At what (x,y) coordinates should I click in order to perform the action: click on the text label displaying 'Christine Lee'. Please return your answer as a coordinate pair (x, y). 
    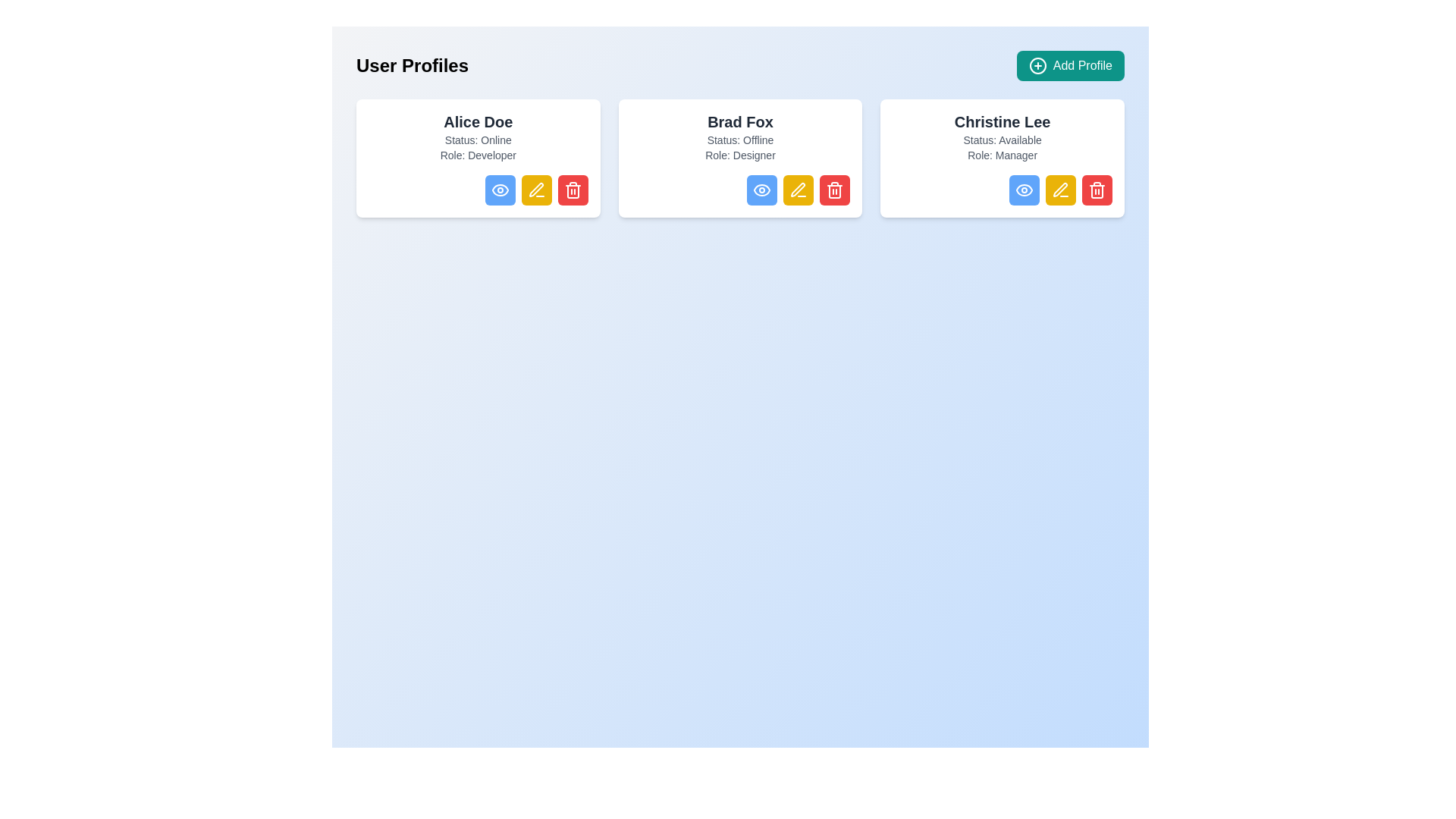
    Looking at the image, I should click on (1003, 121).